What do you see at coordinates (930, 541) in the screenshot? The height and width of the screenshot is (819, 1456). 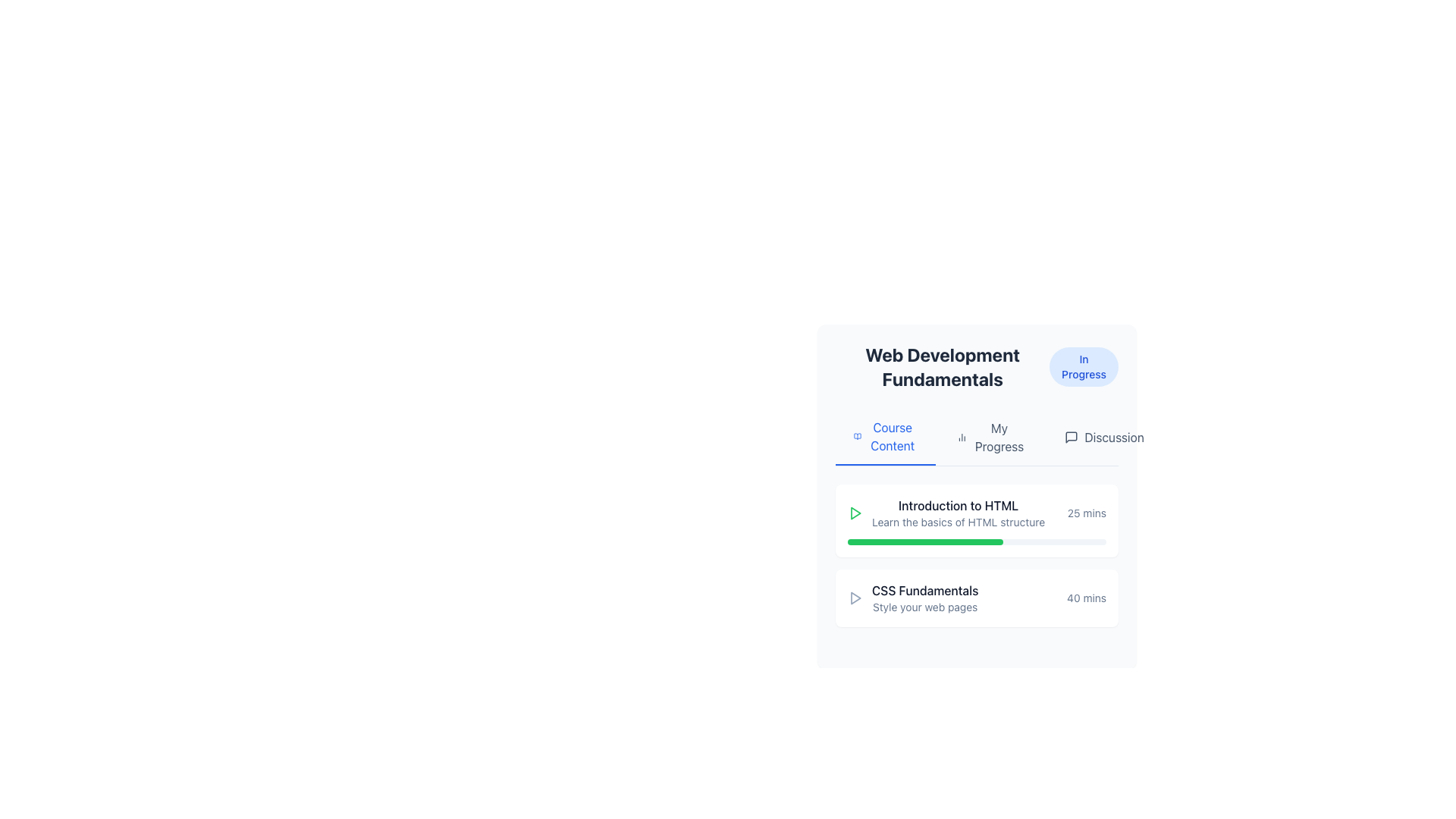 I see `progress bar completion` at bounding box center [930, 541].